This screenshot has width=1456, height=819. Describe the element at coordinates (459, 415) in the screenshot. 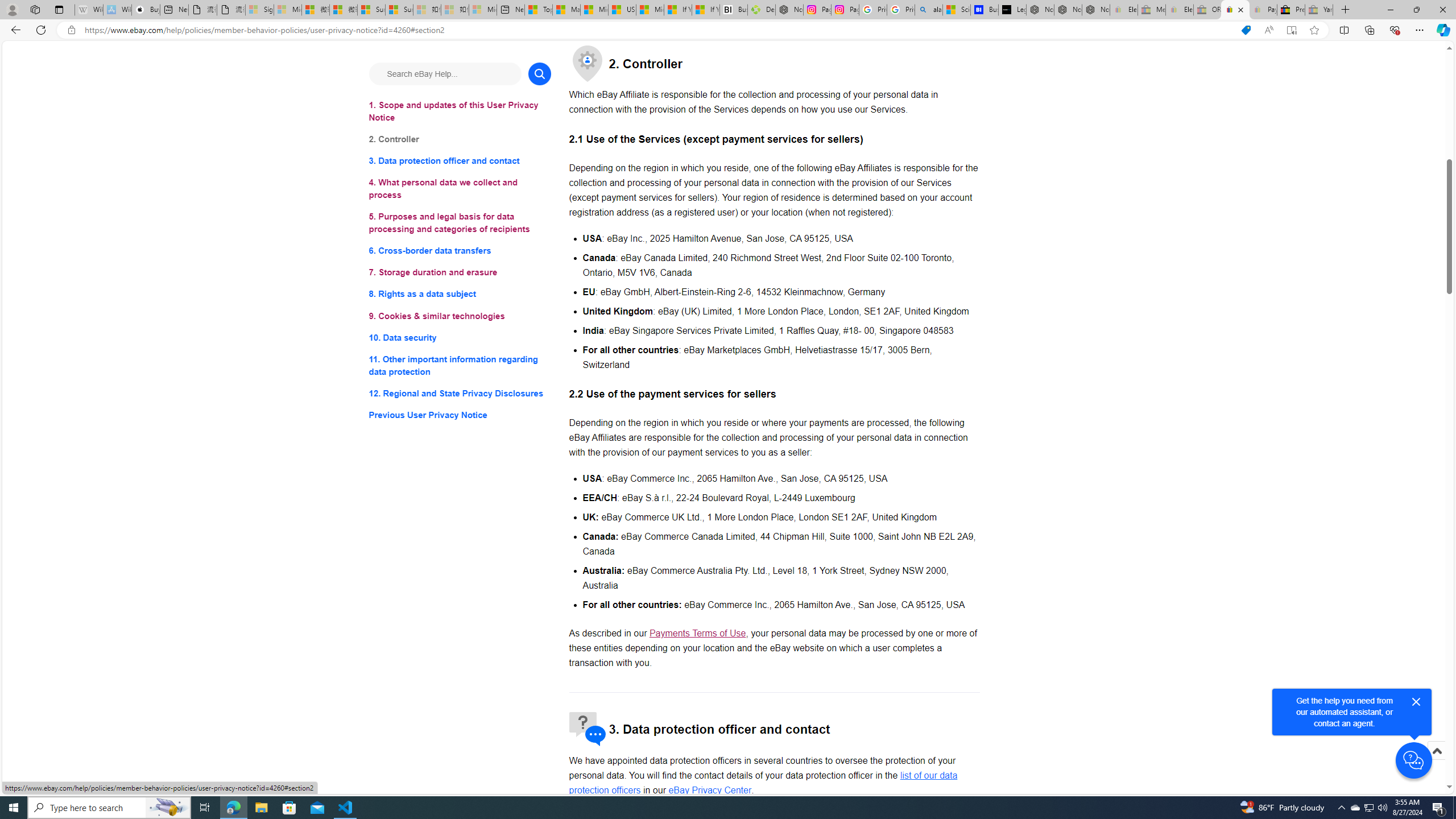

I see `'Previous User Privacy Notice'` at that location.